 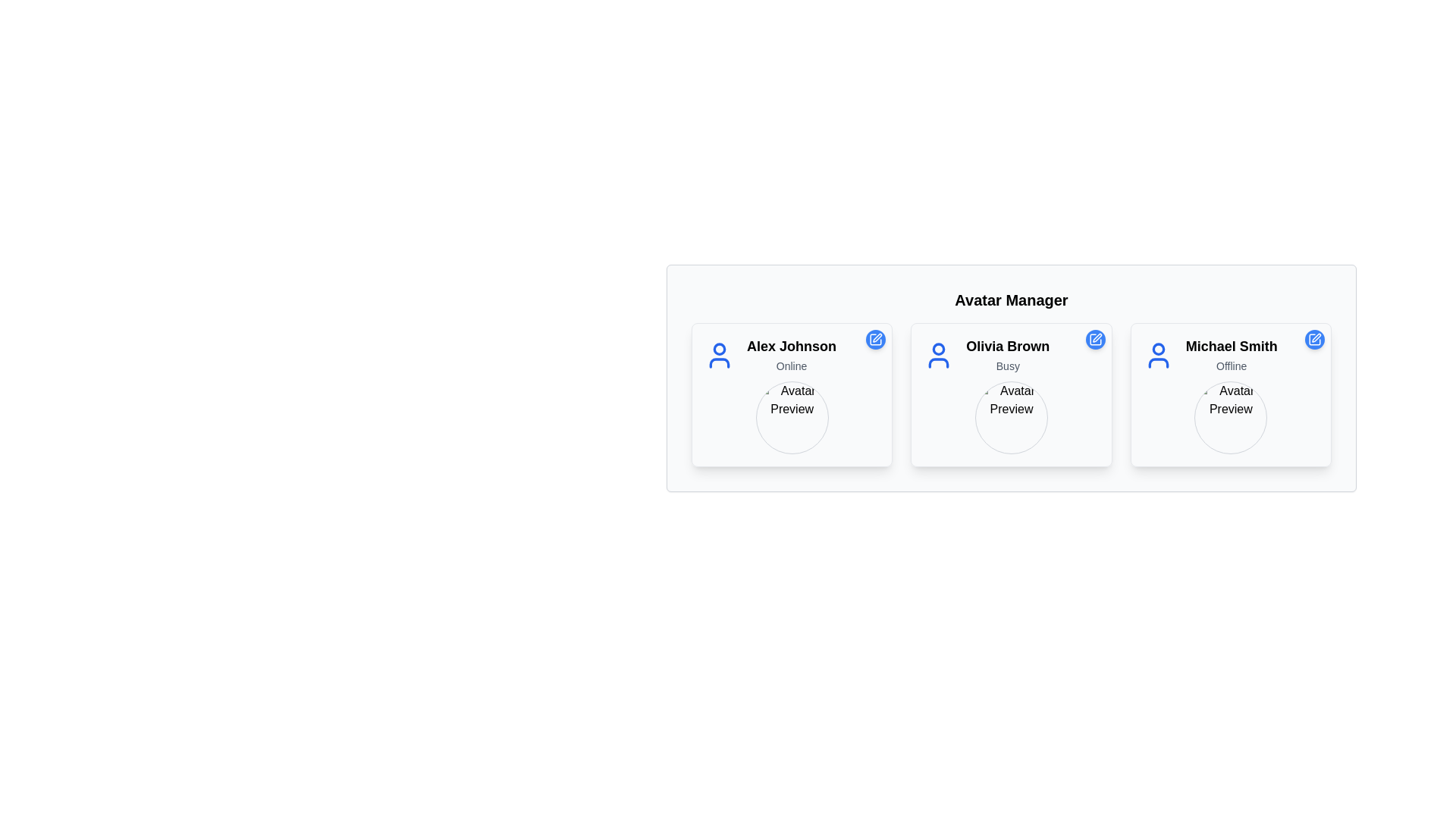 I want to click on the Profile Display section containing the user profile icon and text "Olivia Brown" to focus on it, so click(x=1012, y=356).